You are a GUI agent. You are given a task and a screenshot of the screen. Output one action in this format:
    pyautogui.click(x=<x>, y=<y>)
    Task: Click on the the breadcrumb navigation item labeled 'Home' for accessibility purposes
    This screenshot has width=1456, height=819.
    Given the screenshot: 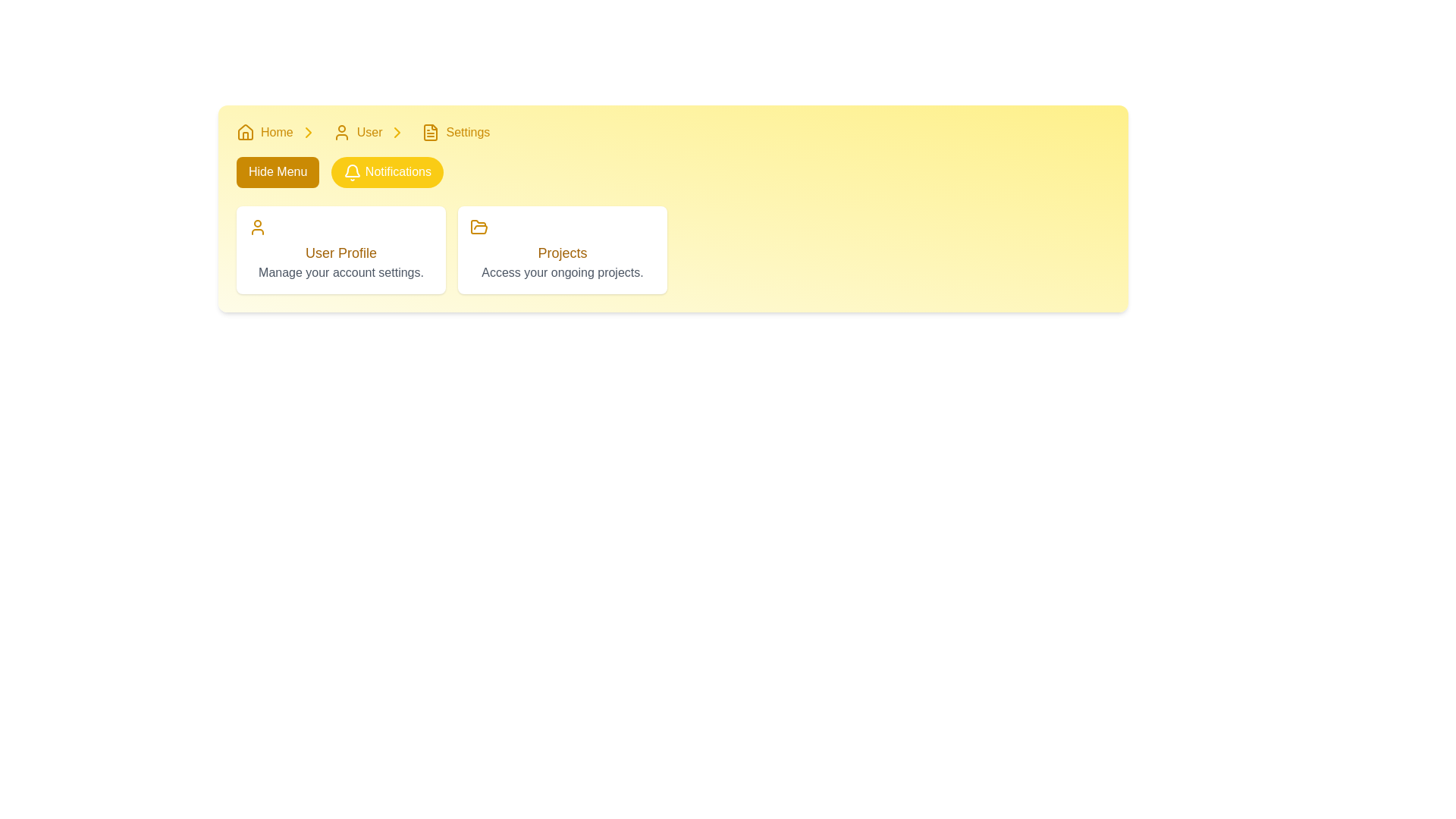 What is the action you would take?
    pyautogui.click(x=280, y=131)
    